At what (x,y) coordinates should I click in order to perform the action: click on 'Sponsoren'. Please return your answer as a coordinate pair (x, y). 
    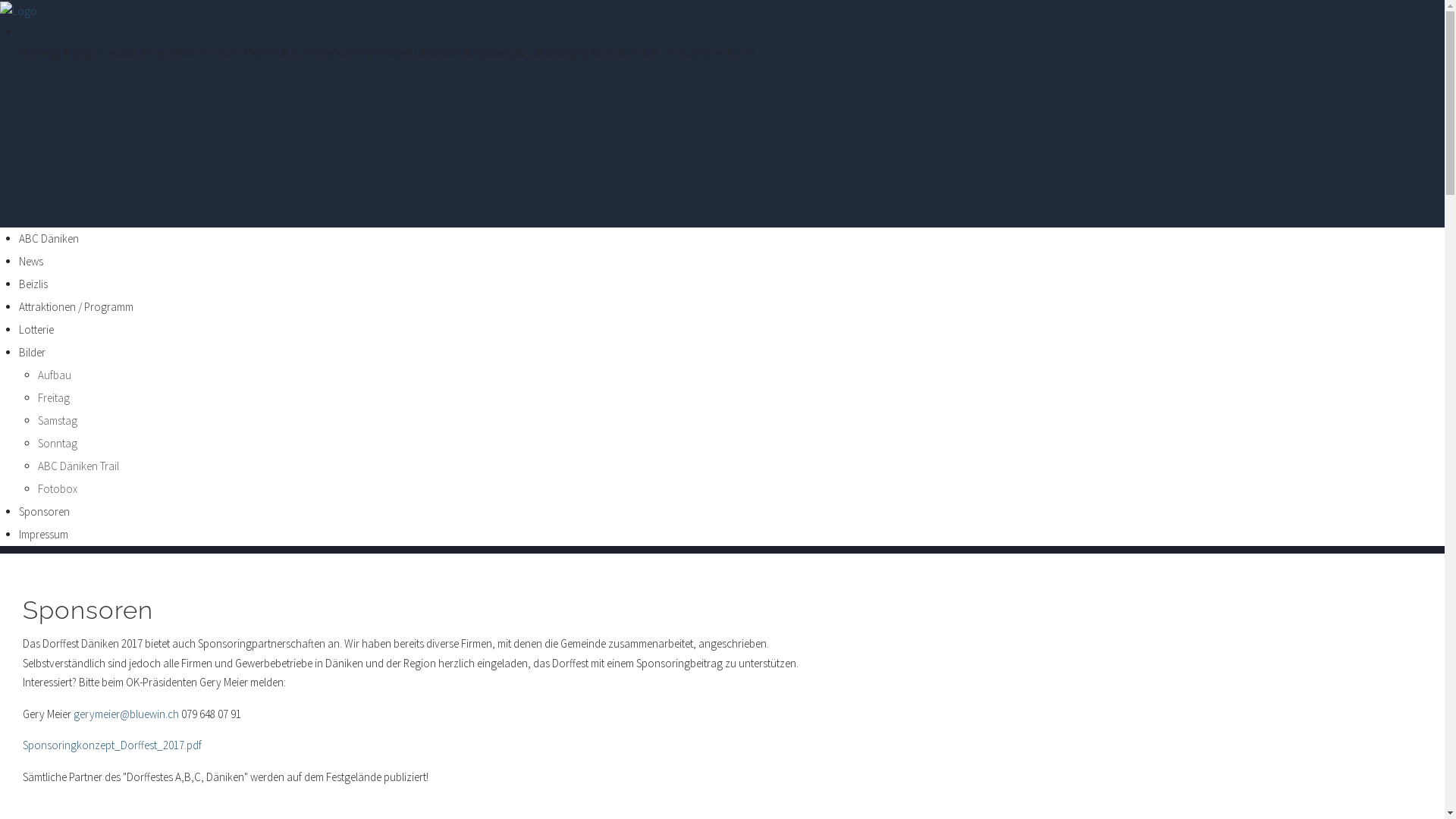
    Looking at the image, I should click on (44, 511).